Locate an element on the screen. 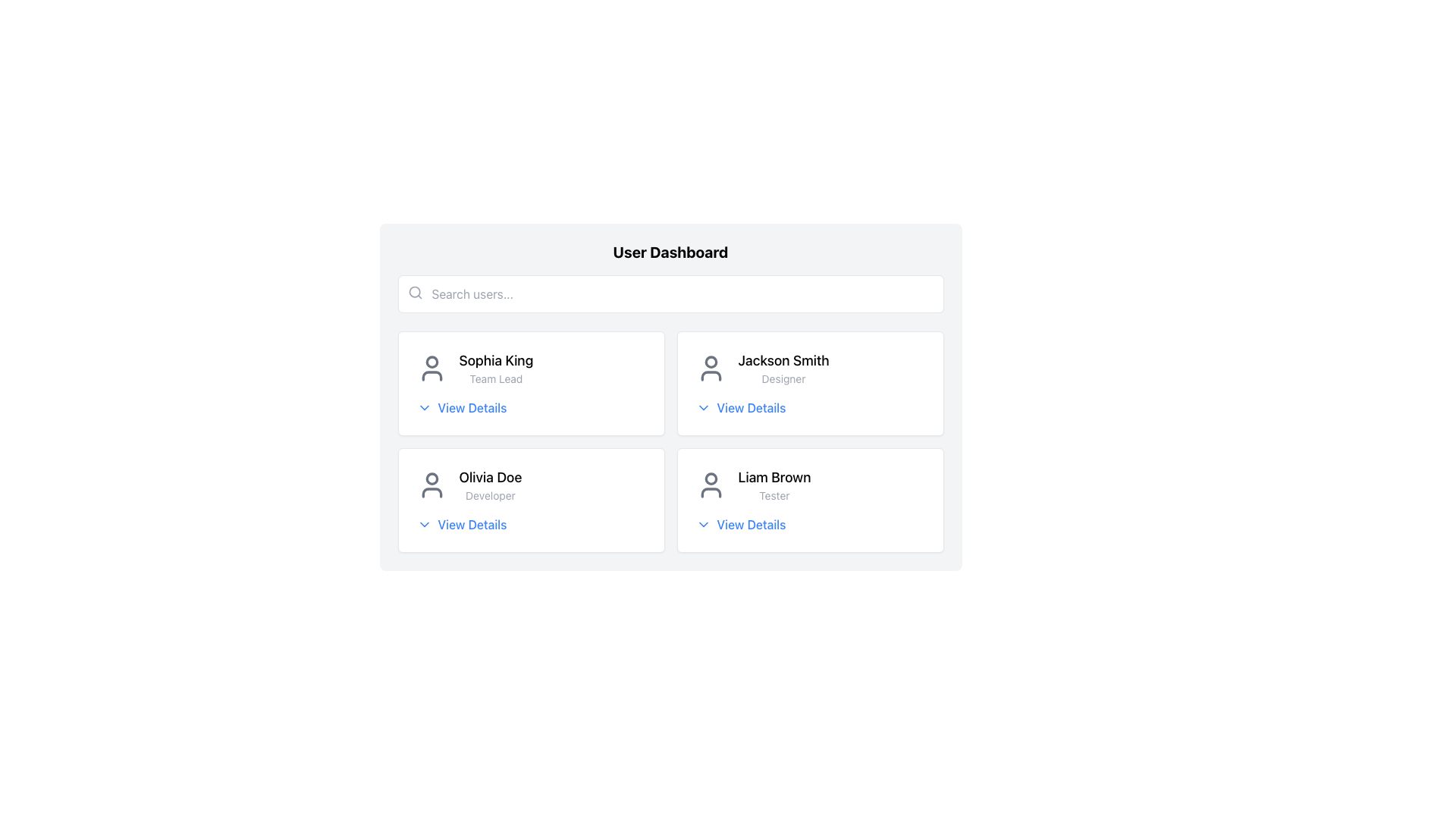  text label that says 'Designer', which is styled with a gray font color and is located under the name 'Jackson Smith' in the user information card is located at coordinates (783, 378).